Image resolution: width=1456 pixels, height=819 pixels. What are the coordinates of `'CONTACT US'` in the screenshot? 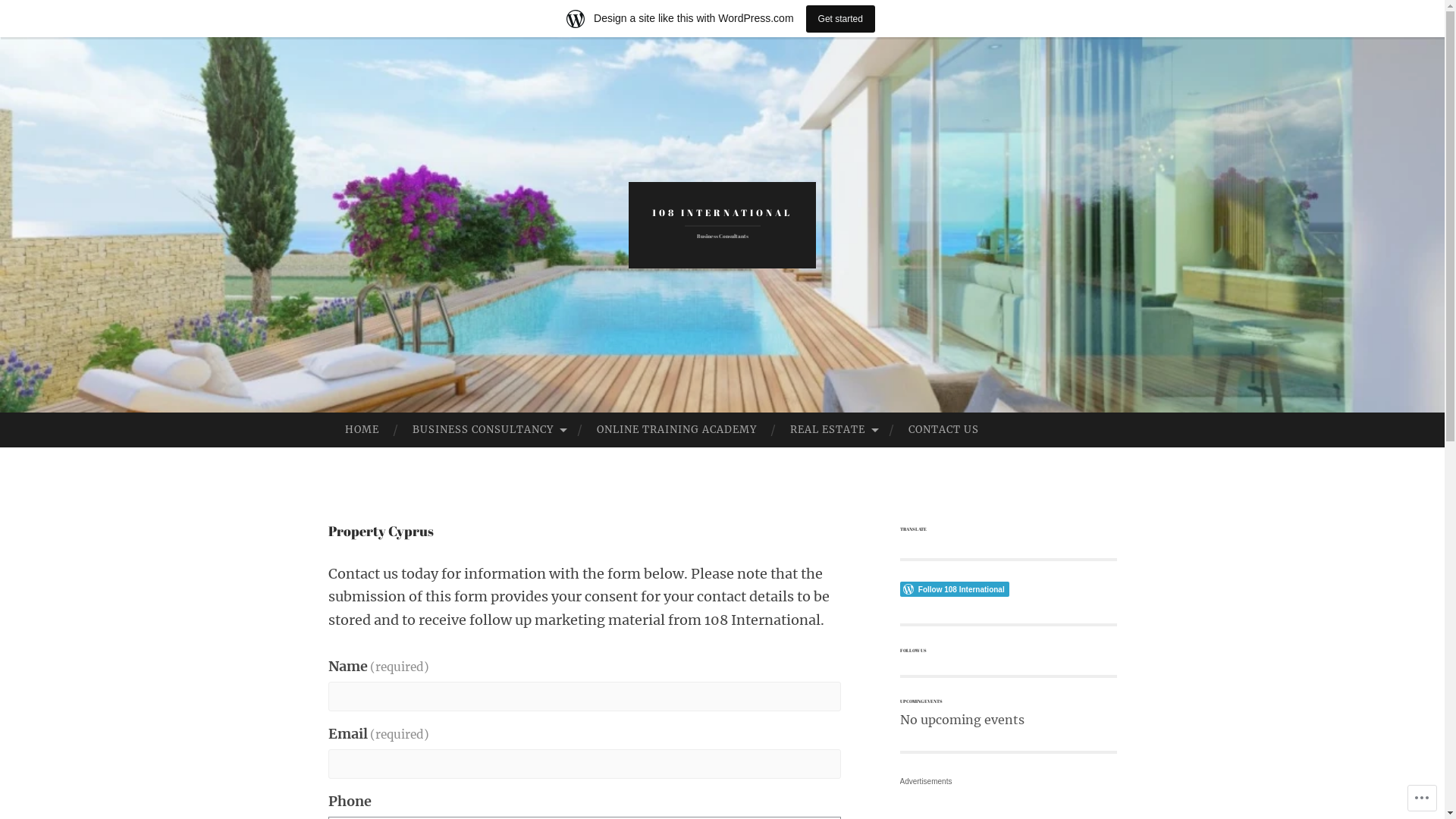 It's located at (943, 430).